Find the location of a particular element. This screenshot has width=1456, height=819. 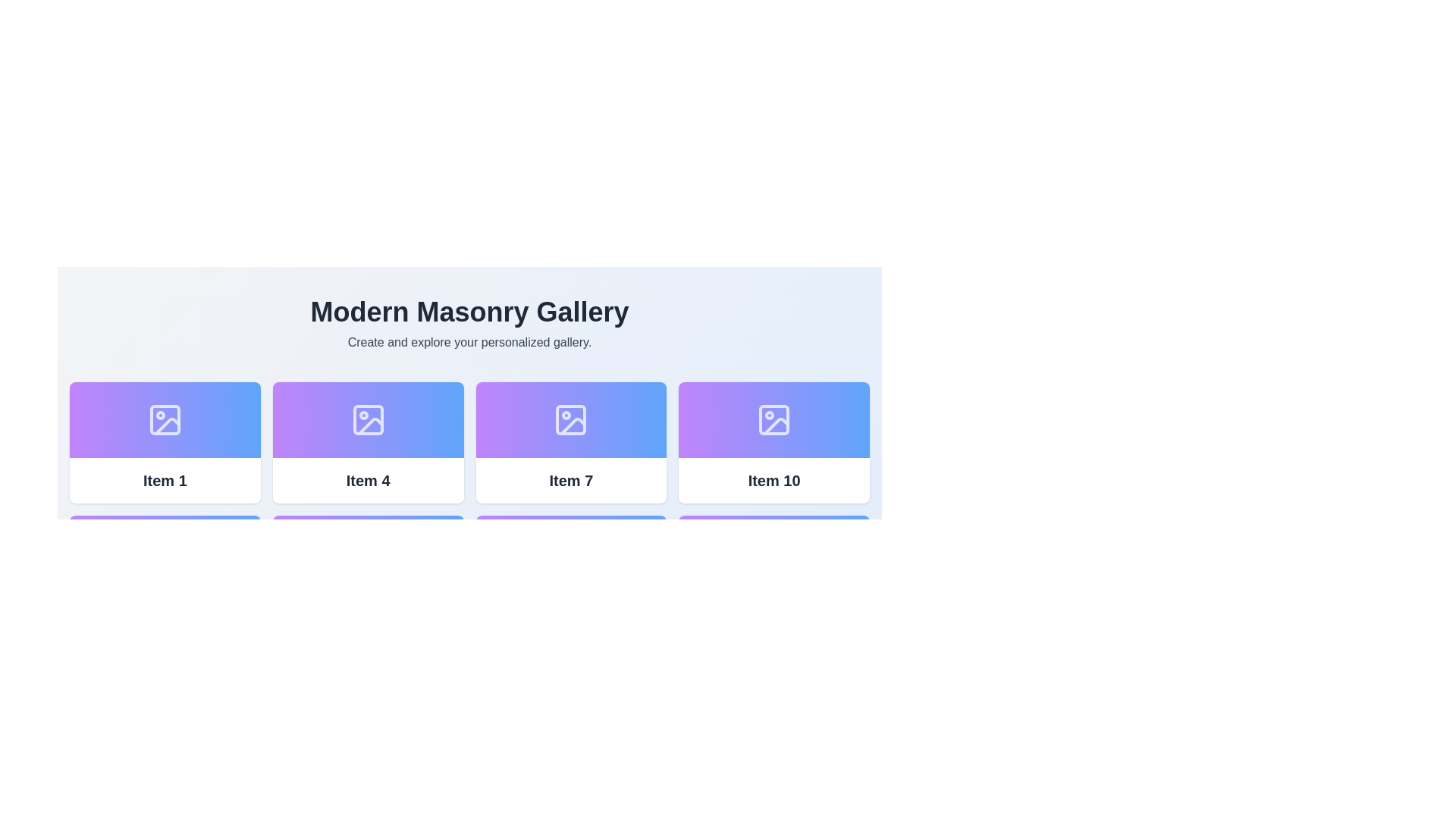

text label 'Item 1' located at the bottom section of the first card in the grid layout under the 'Modern Masonry Gallery' heading is located at coordinates (165, 480).